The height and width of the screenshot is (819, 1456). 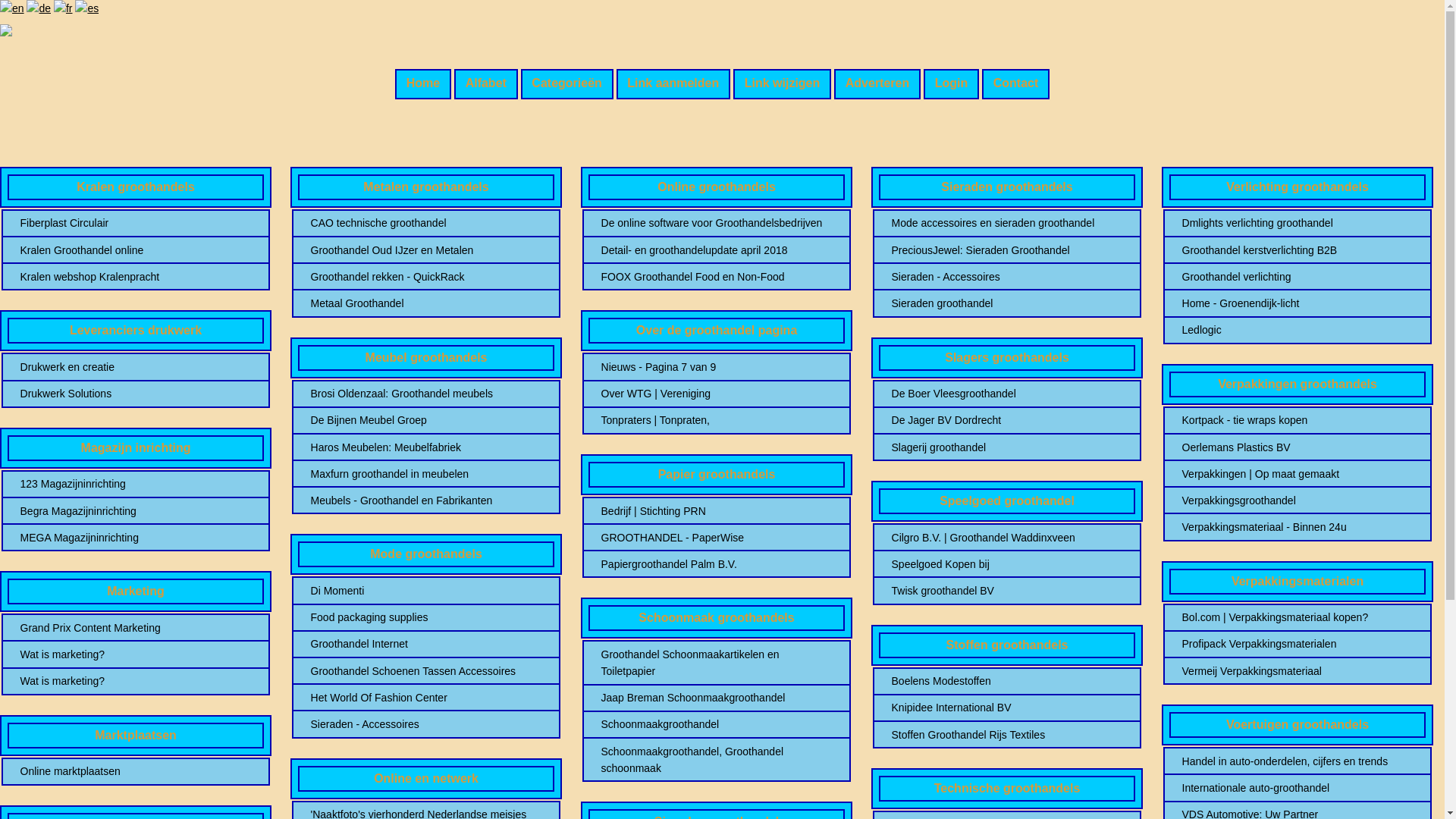 I want to click on 'Meubels - Groothandel en Fabrikanten', so click(x=425, y=500).